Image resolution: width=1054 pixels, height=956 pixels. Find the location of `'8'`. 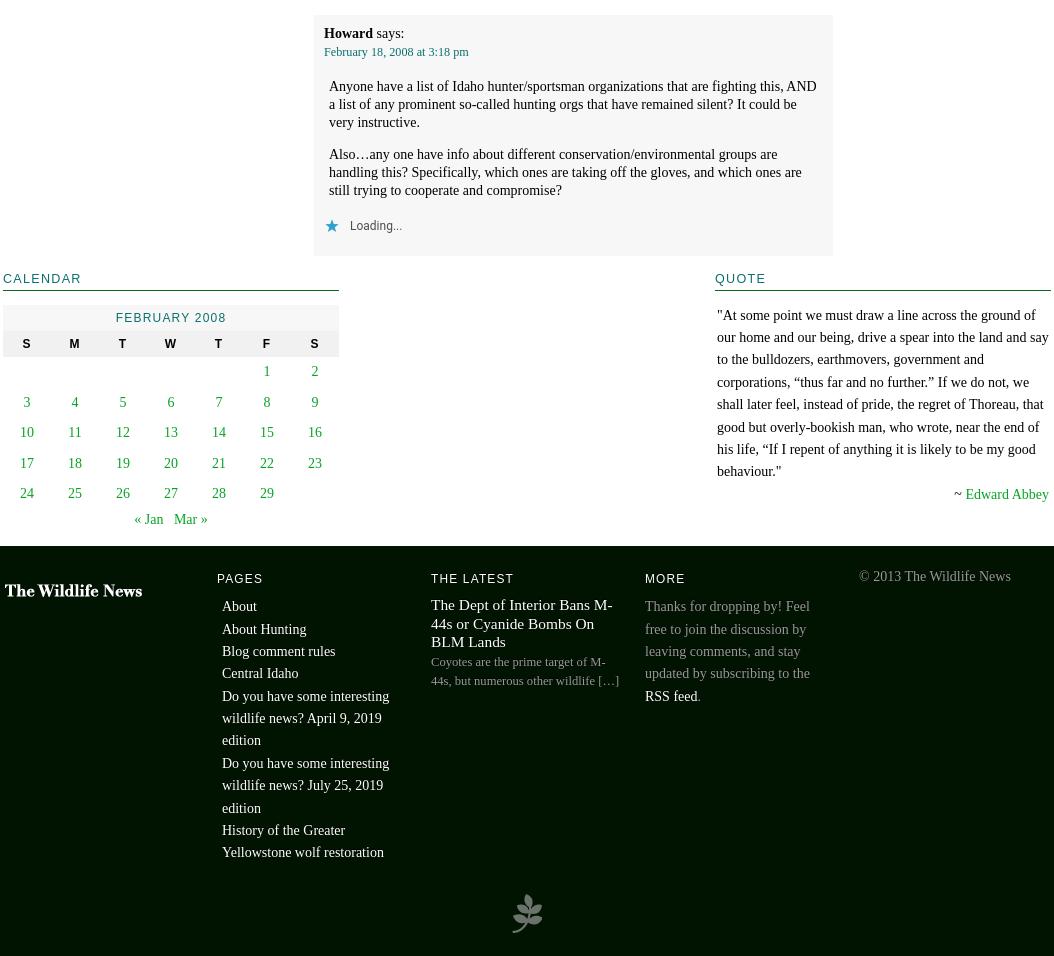

'8' is located at coordinates (265, 401).